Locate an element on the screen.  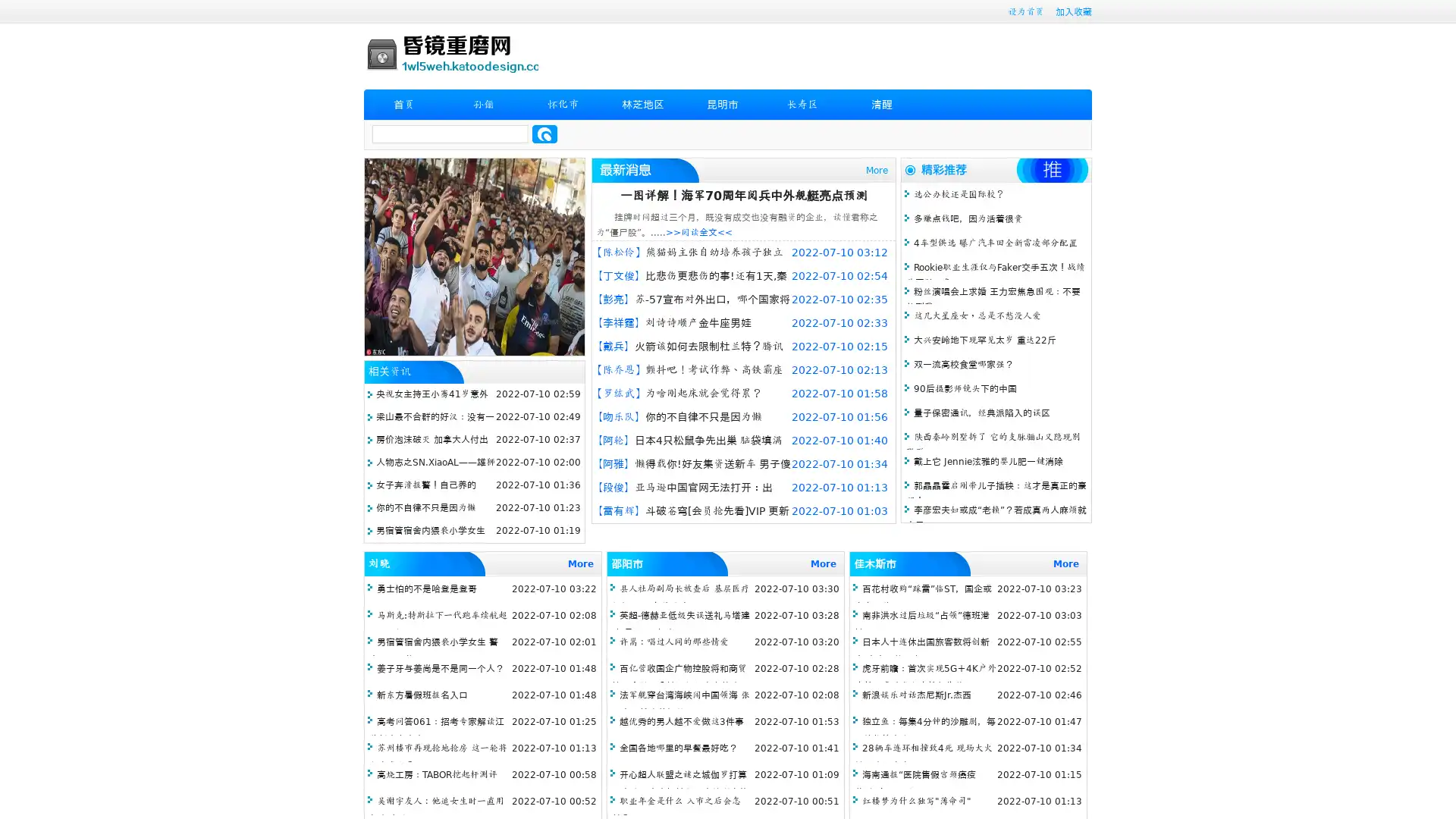
Search is located at coordinates (544, 133).